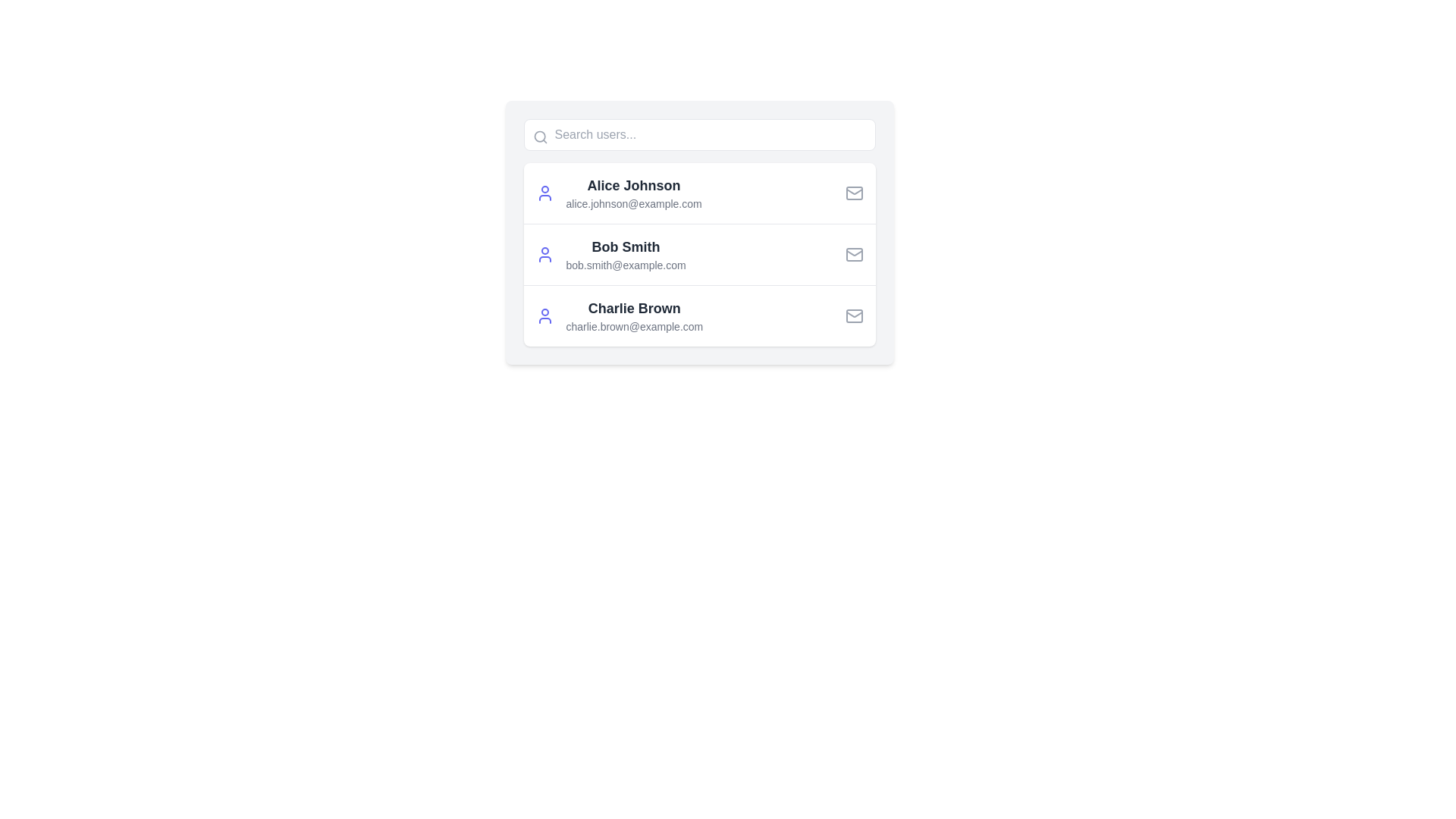 This screenshot has width=1456, height=819. What do you see at coordinates (854, 253) in the screenshot?
I see `the mail icon styled as a mail envelope located in the upper-right corner of the row associated with 'Bob Smith'` at bounding box center [854, 253].